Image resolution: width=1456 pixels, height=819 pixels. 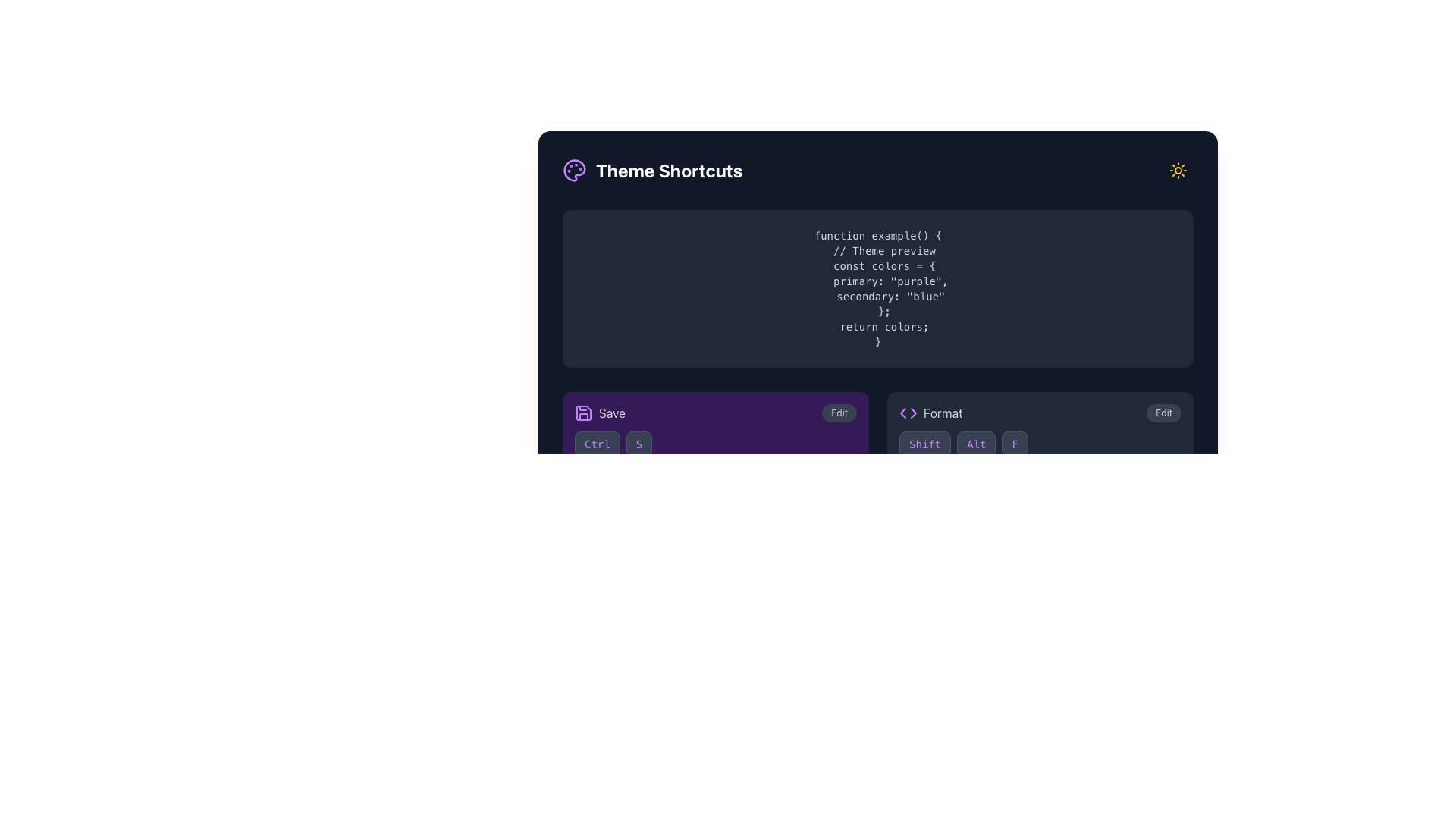 What do you see at coordinates (1015, 444) in the screenshot?
I see `the third button labeled 'F' located at the bottom-right corner of the interface, which is part of a set of three buttons including 'Shift' and 'Alt'` at bounding box center [1015, 444].